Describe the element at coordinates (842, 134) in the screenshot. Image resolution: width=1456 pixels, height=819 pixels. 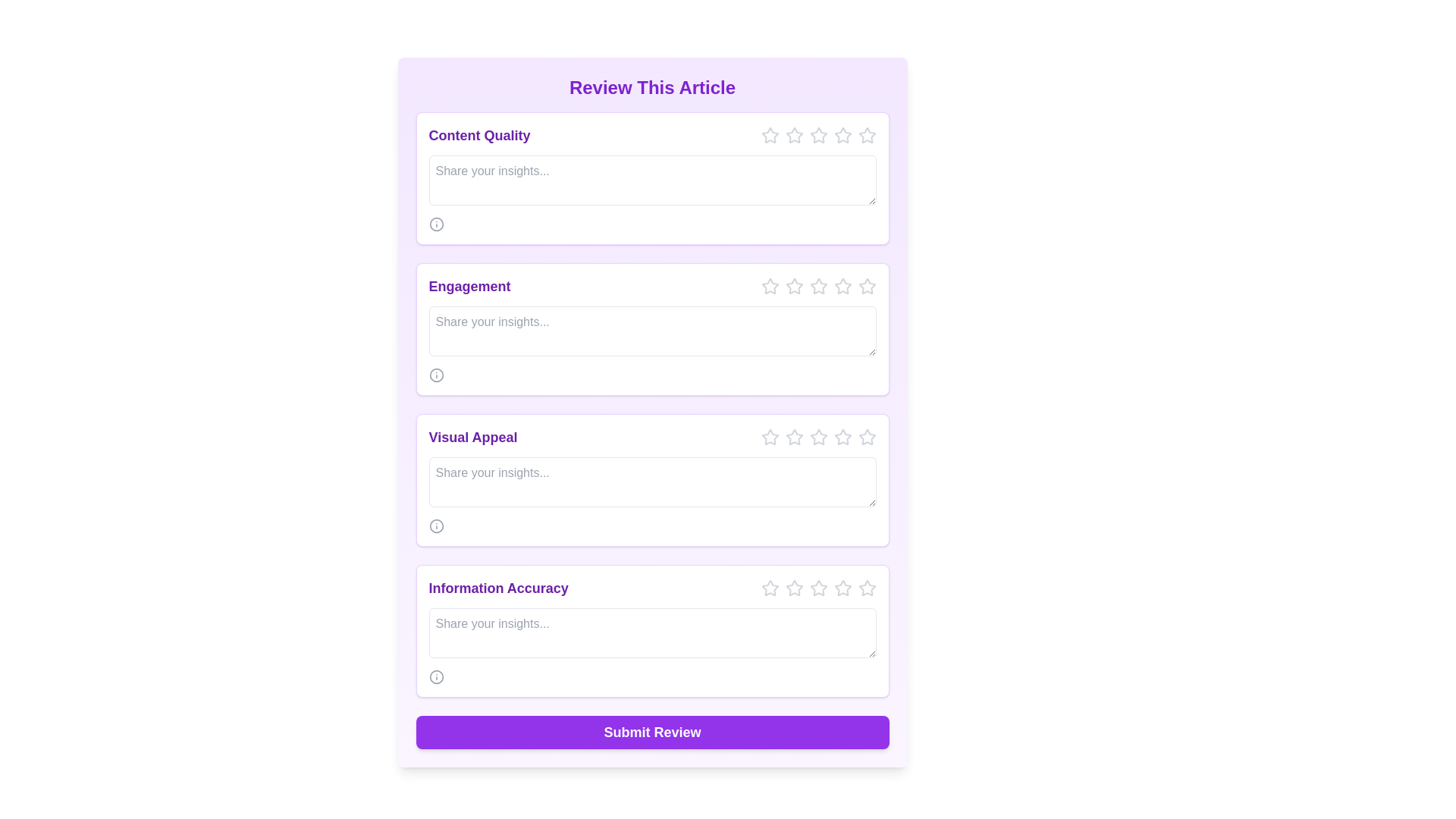
I see `the fifth interactive star rating icon in the Content Quality section` at that location.